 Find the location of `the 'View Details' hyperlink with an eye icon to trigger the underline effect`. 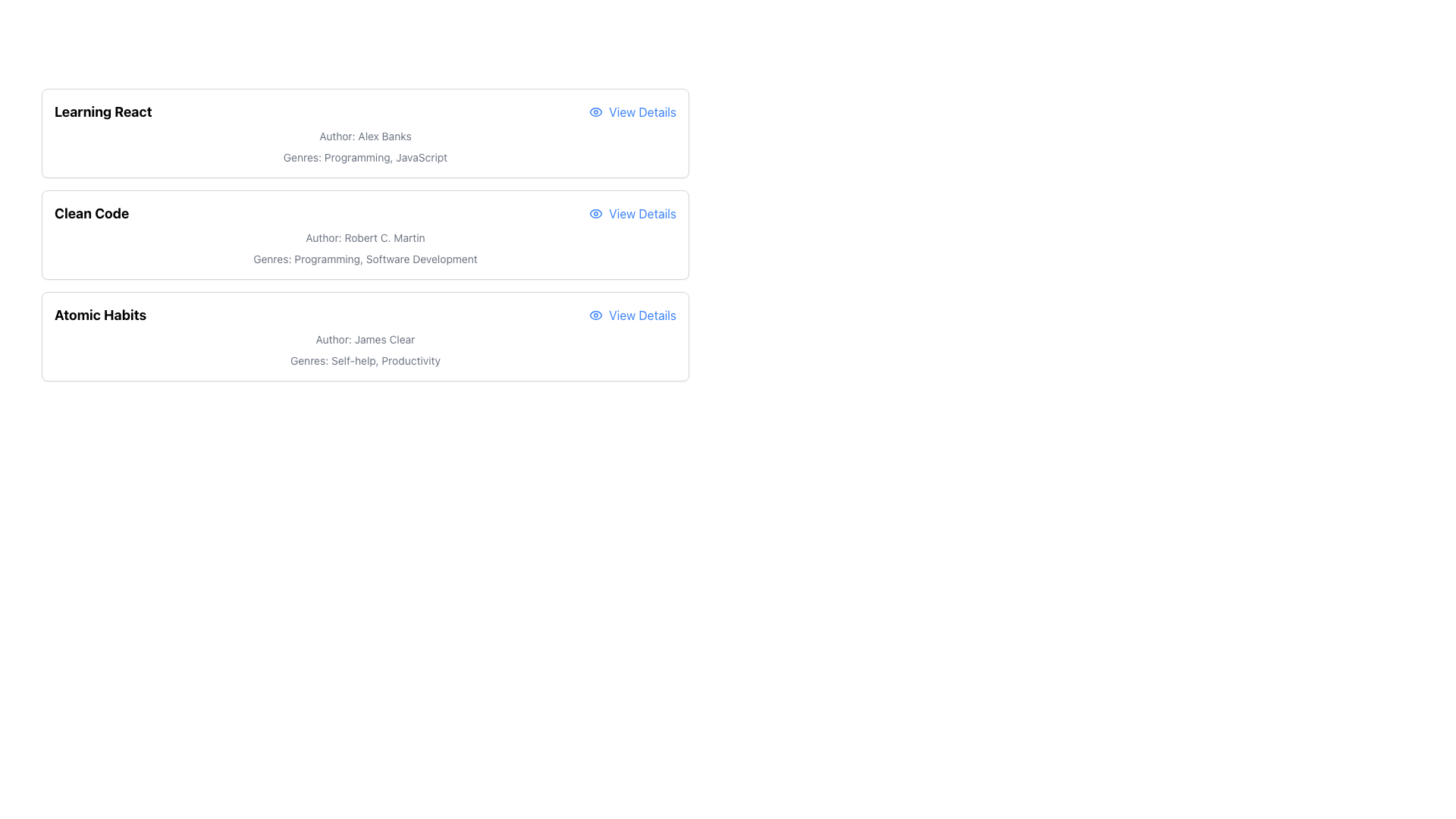

the 'View Details' hyperlink with an eye icon to trigger the underline effect is located at coordinates (632, 315).